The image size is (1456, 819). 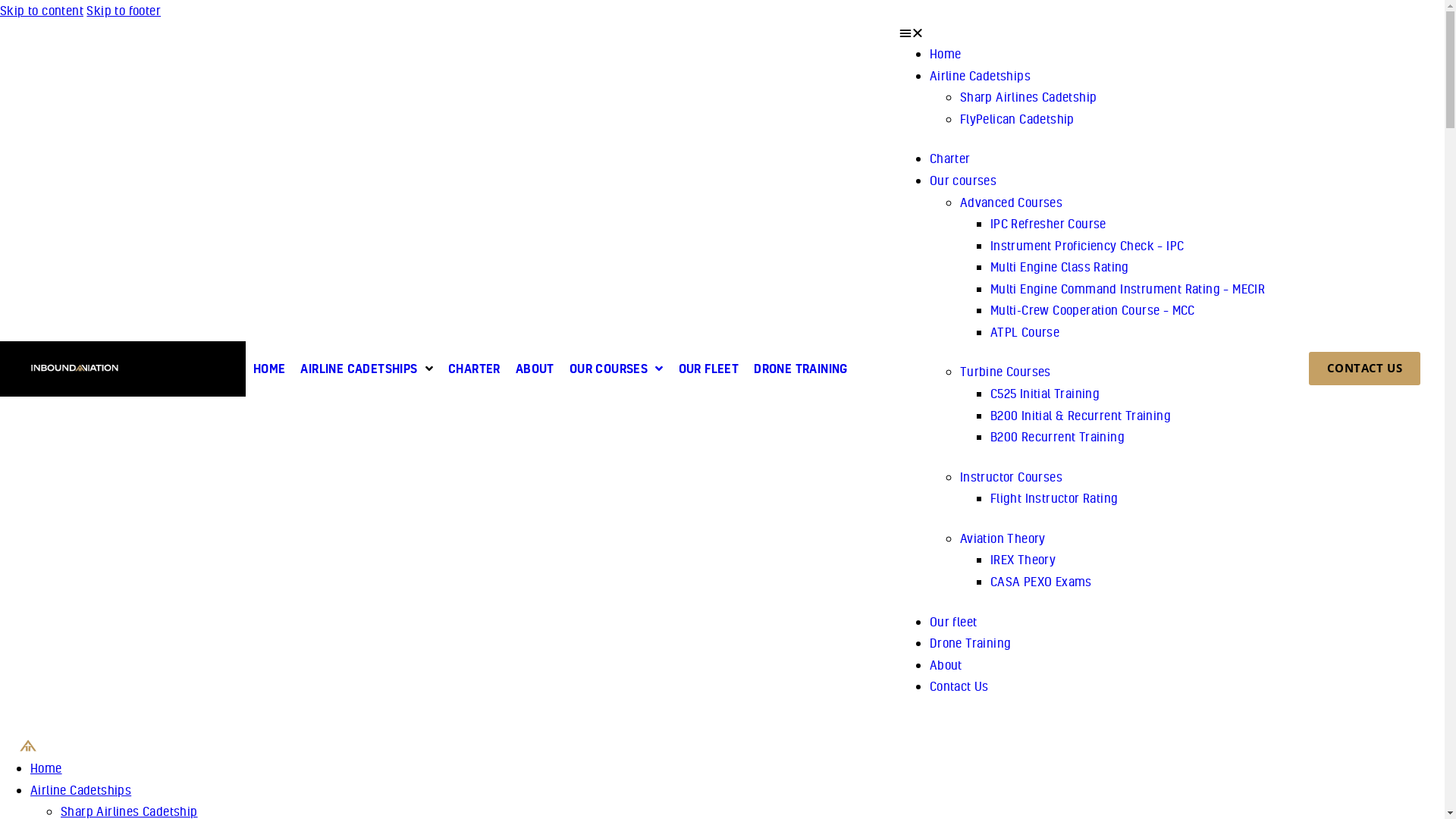 I want to click on 'OUR COURSES', so click(x=616, y=369).